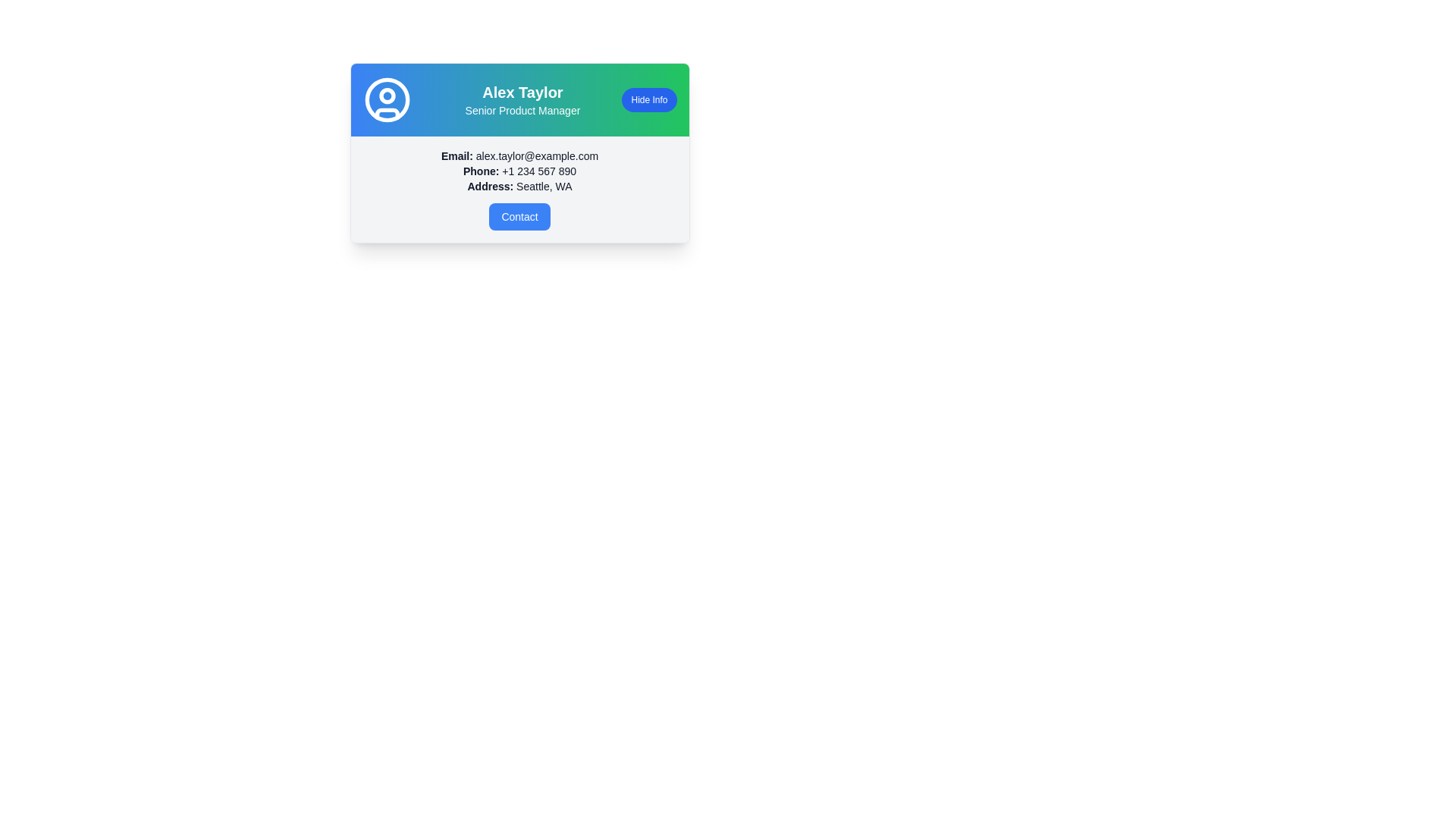 The height and width of the screenshot is (819, 1456). I want to click on text content of the Text Label indicating the professional title of 'Alex Taylor', which is positioned directly below the name 'Alex Taylor' in the upper section of the card layout, so click(522, 110).